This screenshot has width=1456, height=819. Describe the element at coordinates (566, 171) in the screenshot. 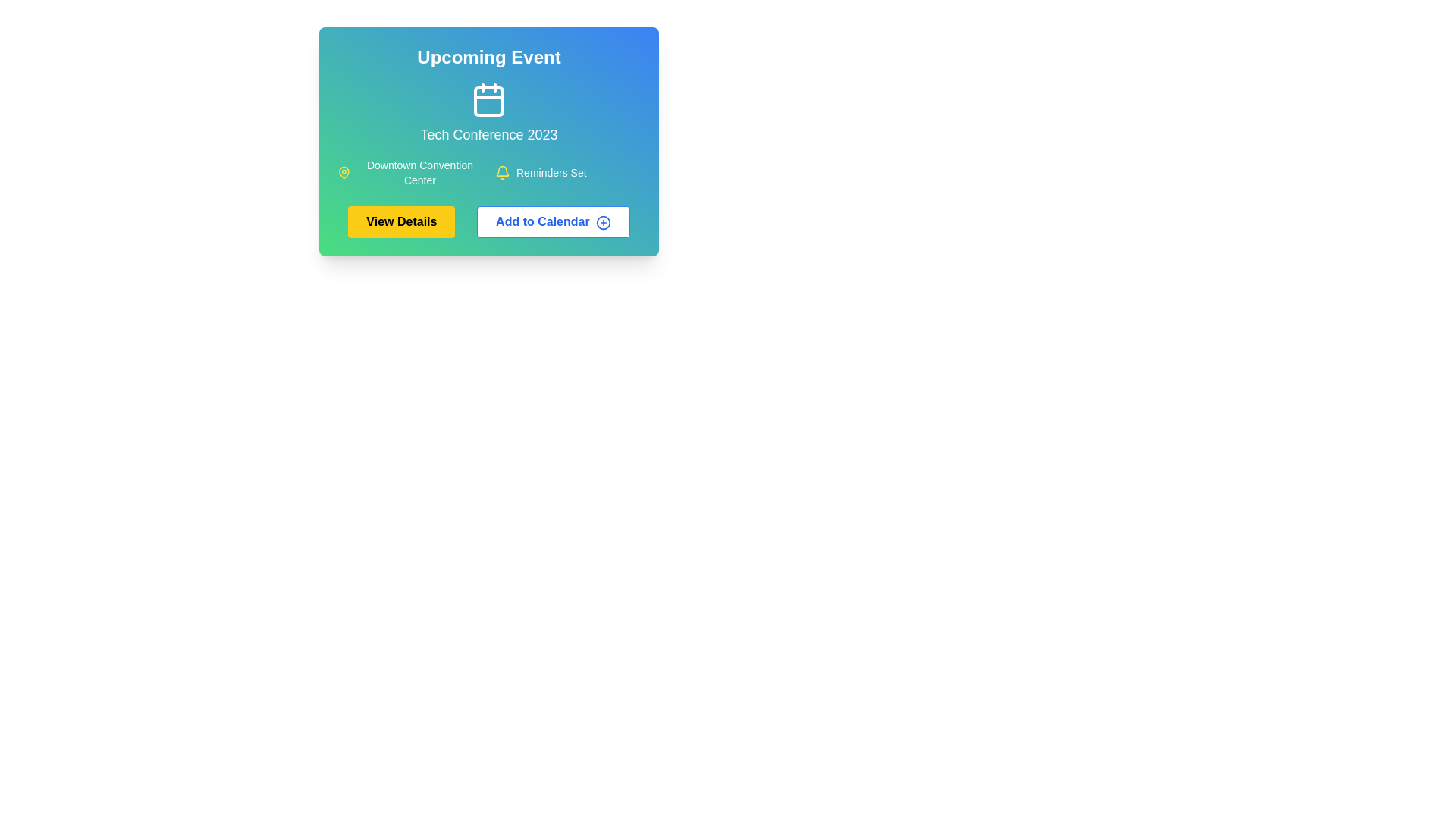

I see `the combined component consisting of a bell icon and the text label 'Reminders Set', which indicates that reminders have been set for the event` at that location.